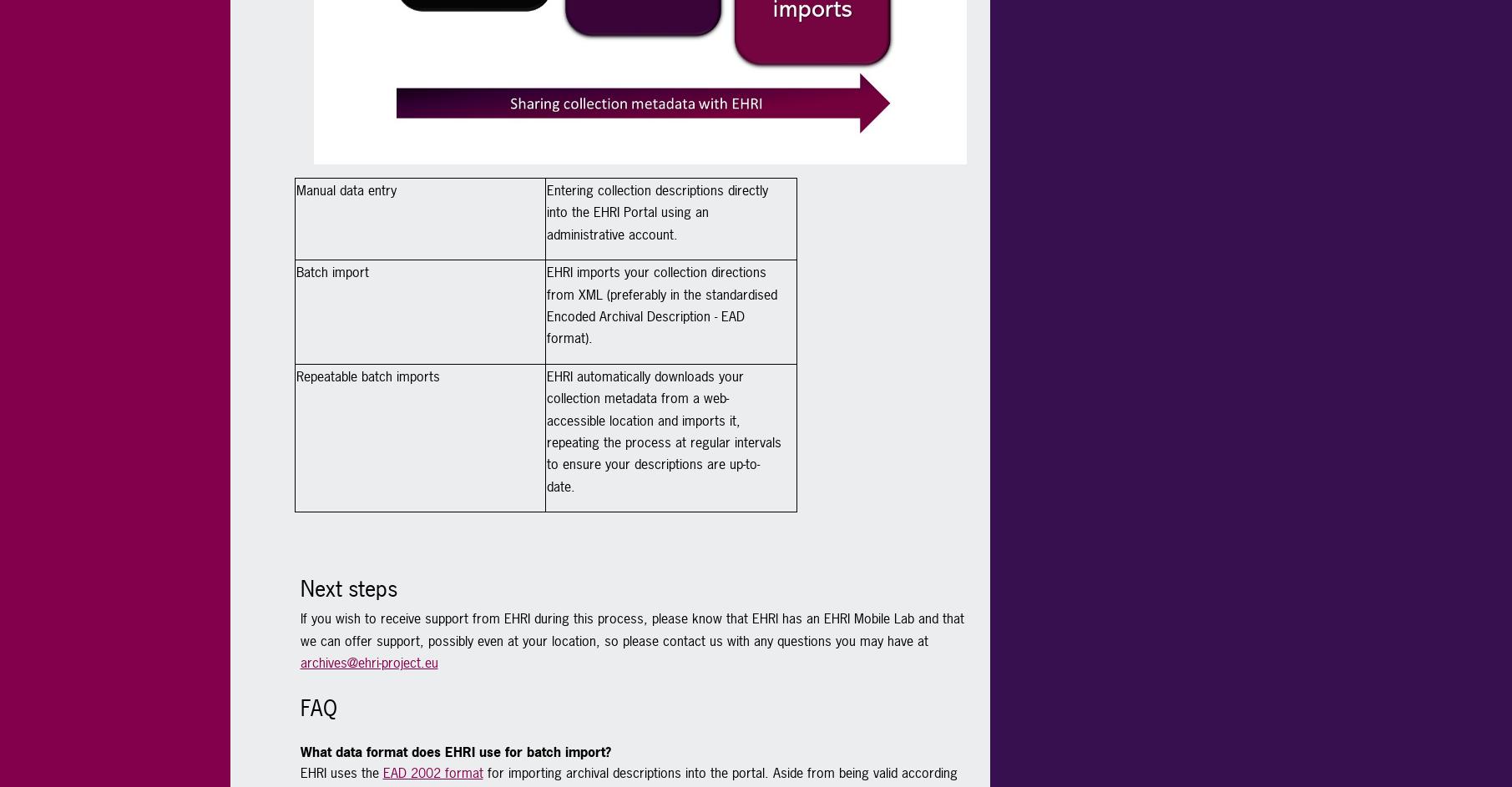  What do you see at coordinates (367, 375) in the screenshot?
I see `'Repeatable batch imports'` at bounding box center [367, 375].